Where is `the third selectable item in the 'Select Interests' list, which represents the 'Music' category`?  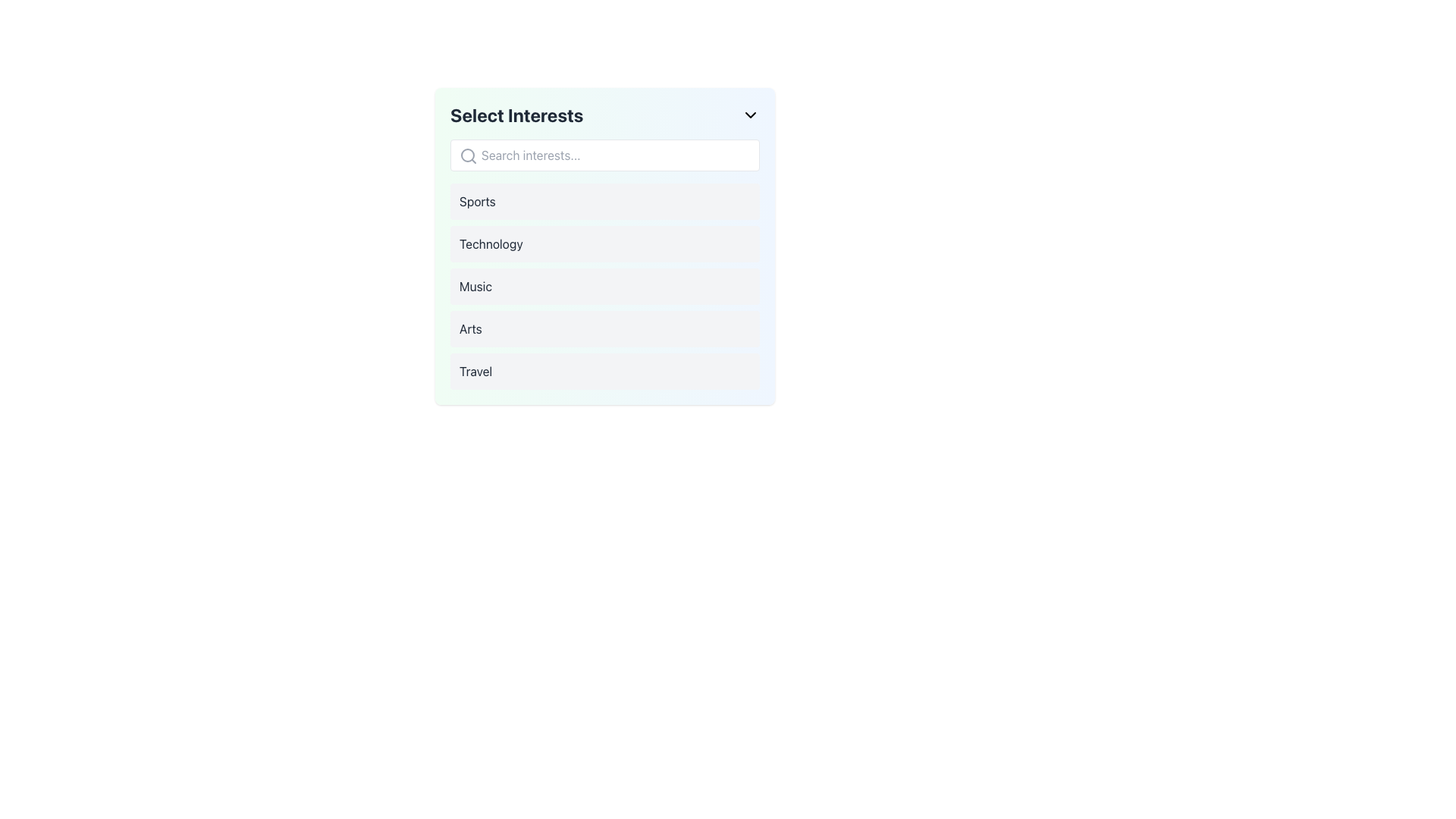 the third selectable item in the 'Select Interests' list, which represents the 'Music' category is located at coordinates (604, 287).